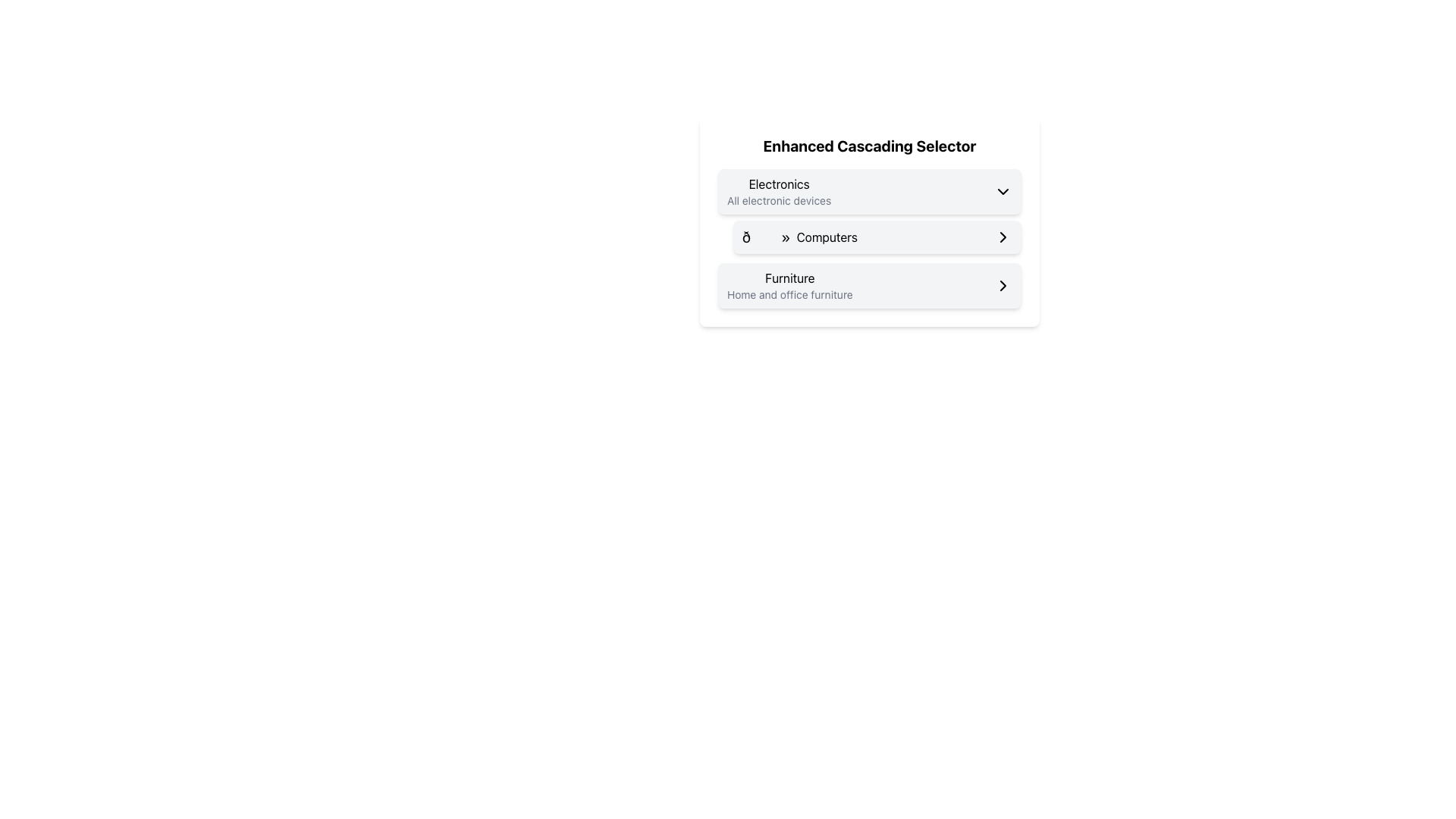  What do you see at coordinates (877, 237) in the screenshot?
I see `the second list item in the navigation menu that expands or navigates to the 'Computers' subsection, which is located below the 'Electronics' item and above the 'Furniture' item` at bounding box center [877, 237].